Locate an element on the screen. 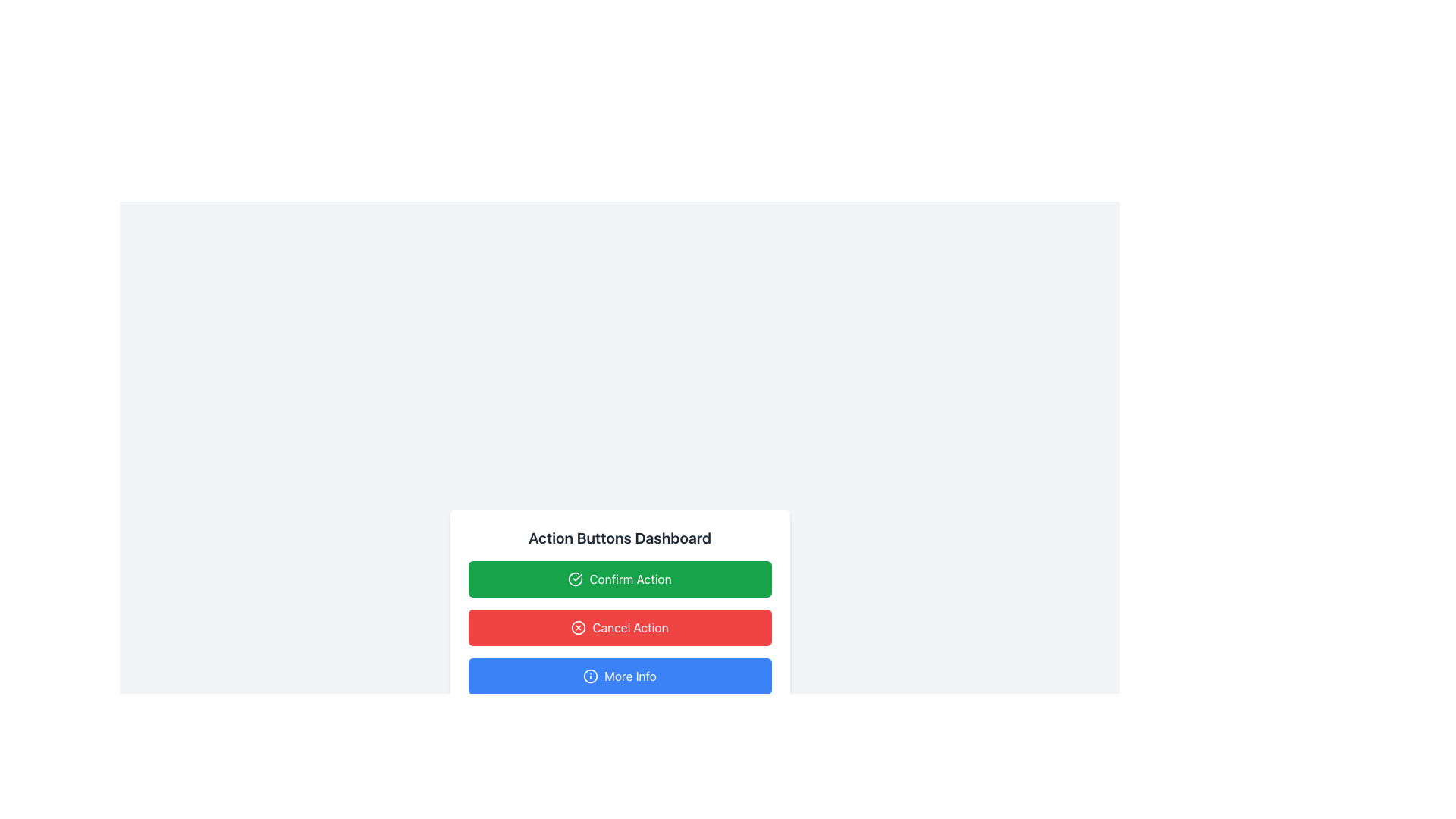 The height and width of the screenshot is (819, 1456). the circular red outlined icon with a crossed line pattern located within the 'Cancel Action' button is located at coordinates (578, 628).